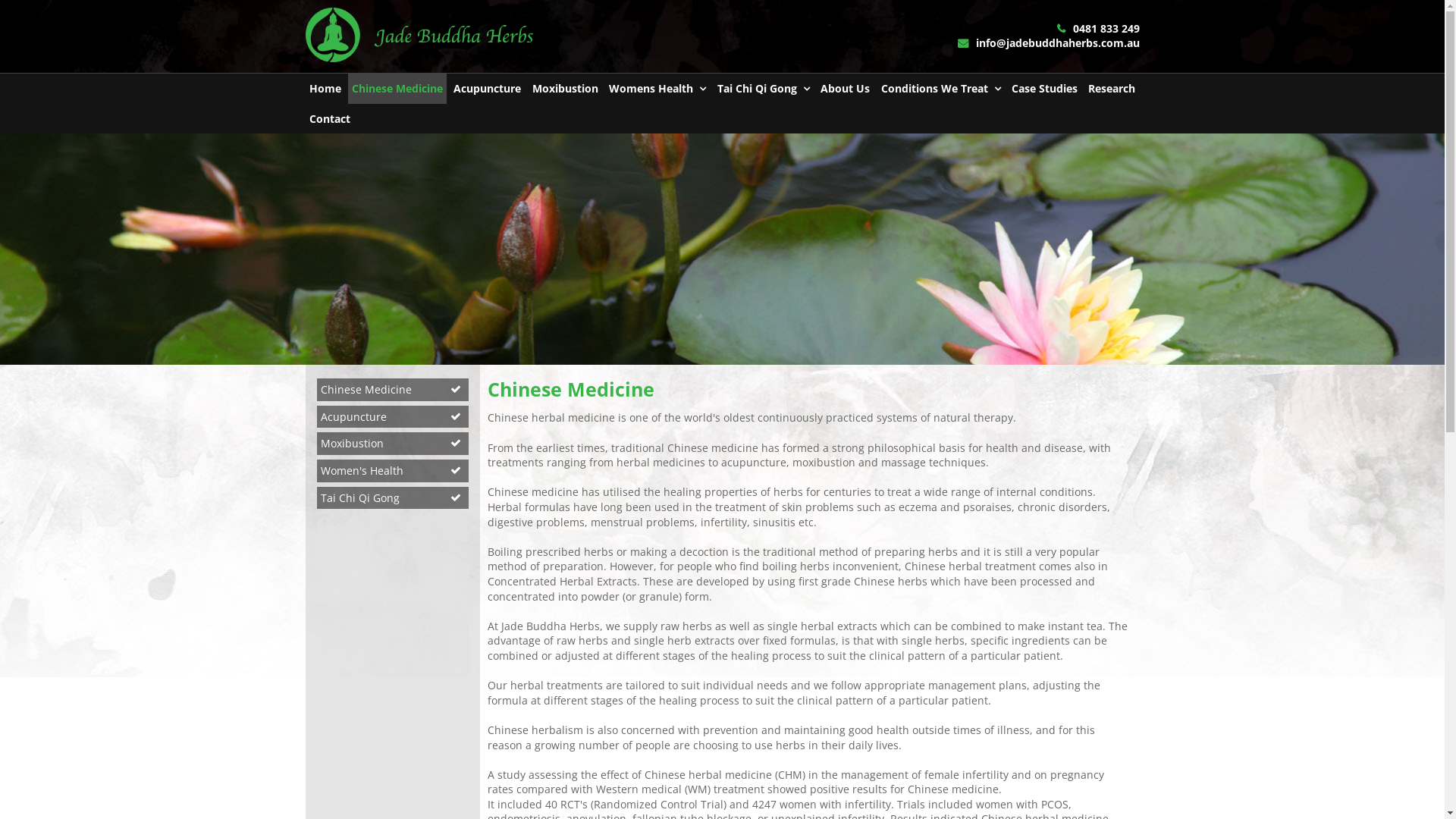  Describe the element at coordinates (844, 88) in the screenshot. I see `'About Us'` at that location.